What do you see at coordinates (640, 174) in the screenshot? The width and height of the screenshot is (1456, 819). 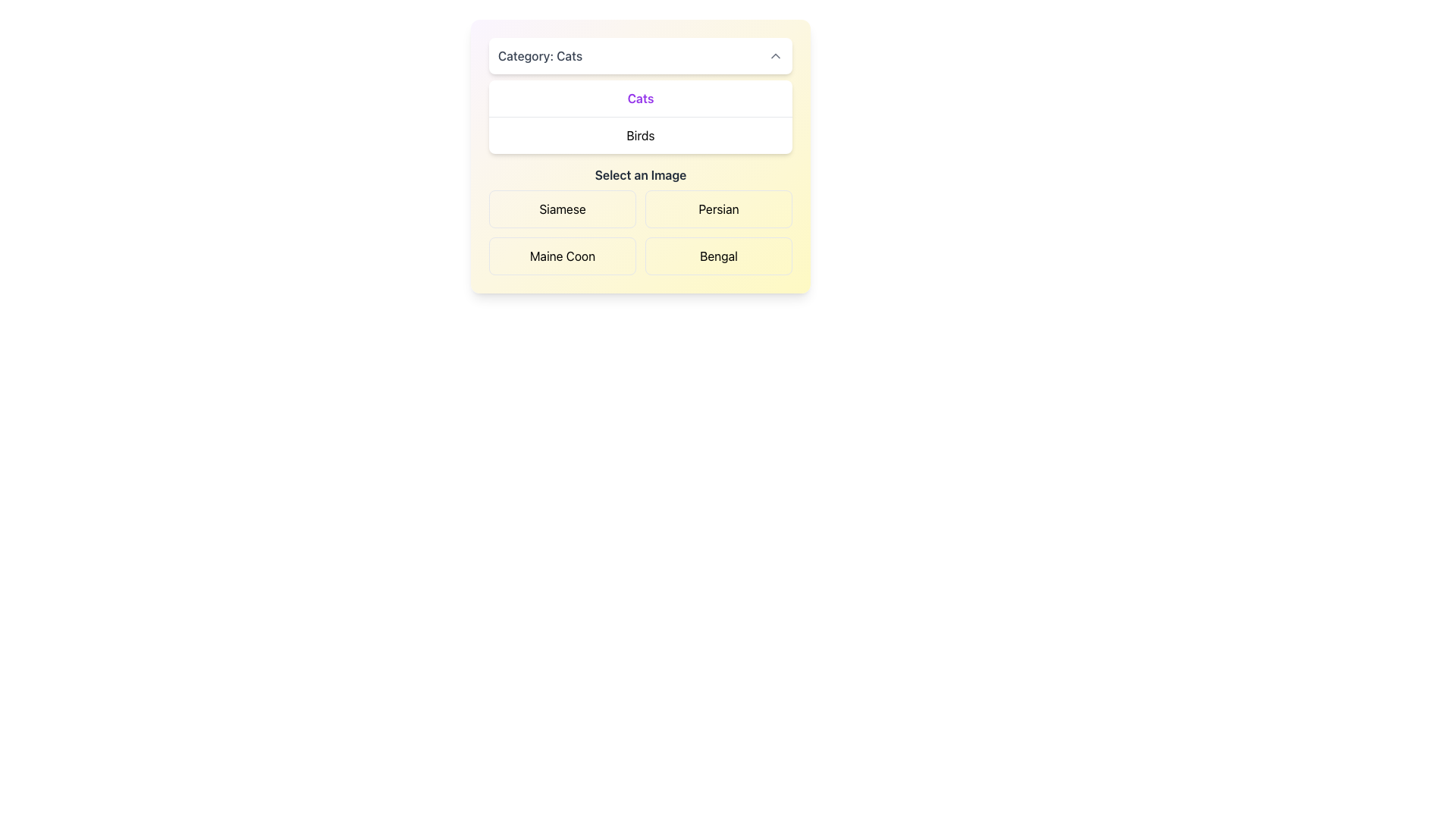 I see `the text label instructing the user to choose an image from the options below, which is positioned above the clickable image selection tiles for 'Siamese,' 'Persian,' 'Maine Coon,' and 'Bengal.'` at bounding box center [640, 174].